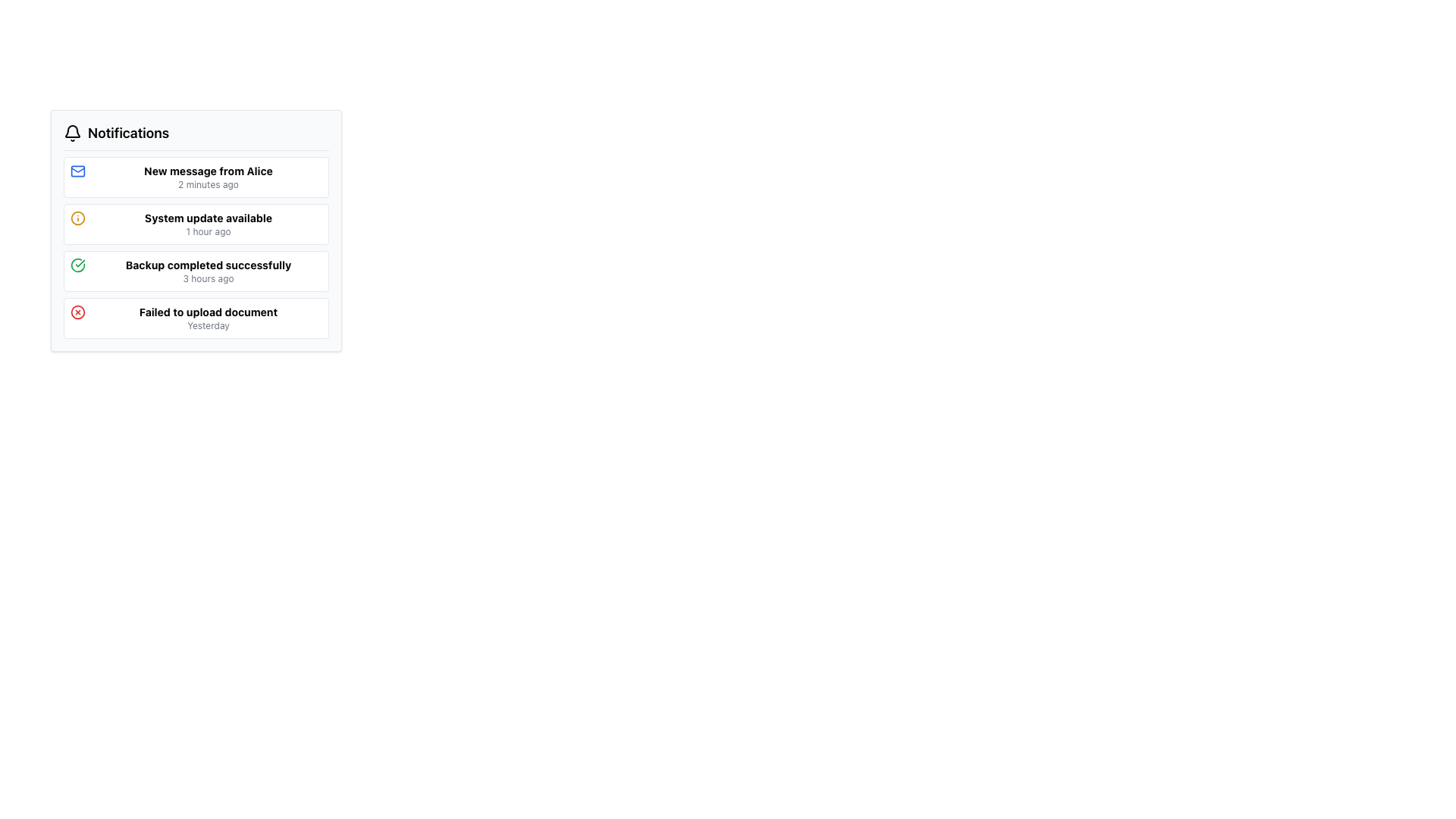 The height and width of the screenshot is (819, 1456). What do you see at coordinates (207, 184) in the screenshot?
I see `the text label that reads '2 minutes ago', which is styled in gray and located below the notification title 'New message from Alice' within a notification card` at bounding box center [207, 184].